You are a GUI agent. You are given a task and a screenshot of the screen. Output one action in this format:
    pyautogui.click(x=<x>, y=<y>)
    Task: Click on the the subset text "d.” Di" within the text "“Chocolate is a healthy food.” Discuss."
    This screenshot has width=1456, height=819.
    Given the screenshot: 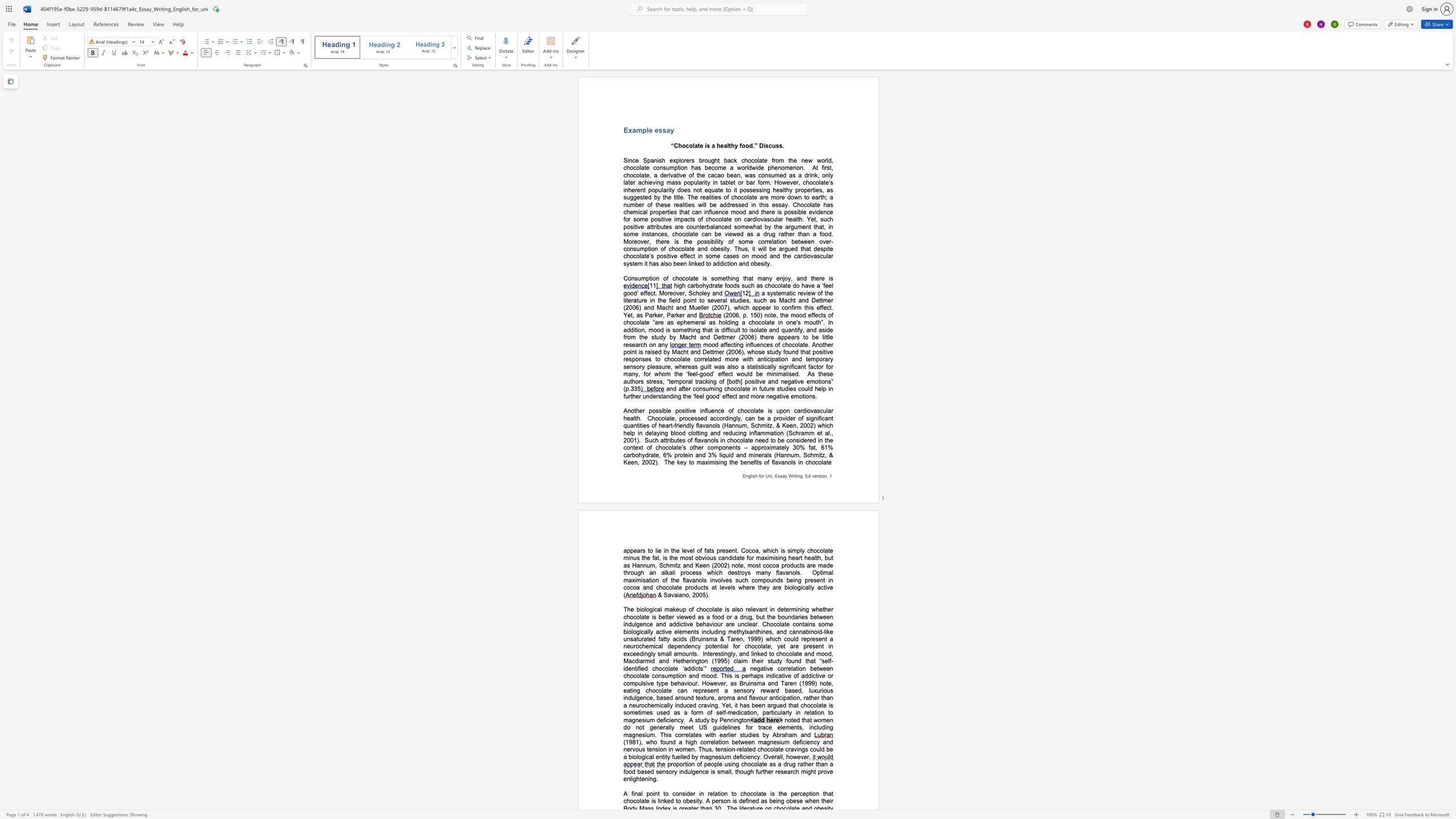 What is the action you would take?
    pyautogui.click(x=748, y=146)
    